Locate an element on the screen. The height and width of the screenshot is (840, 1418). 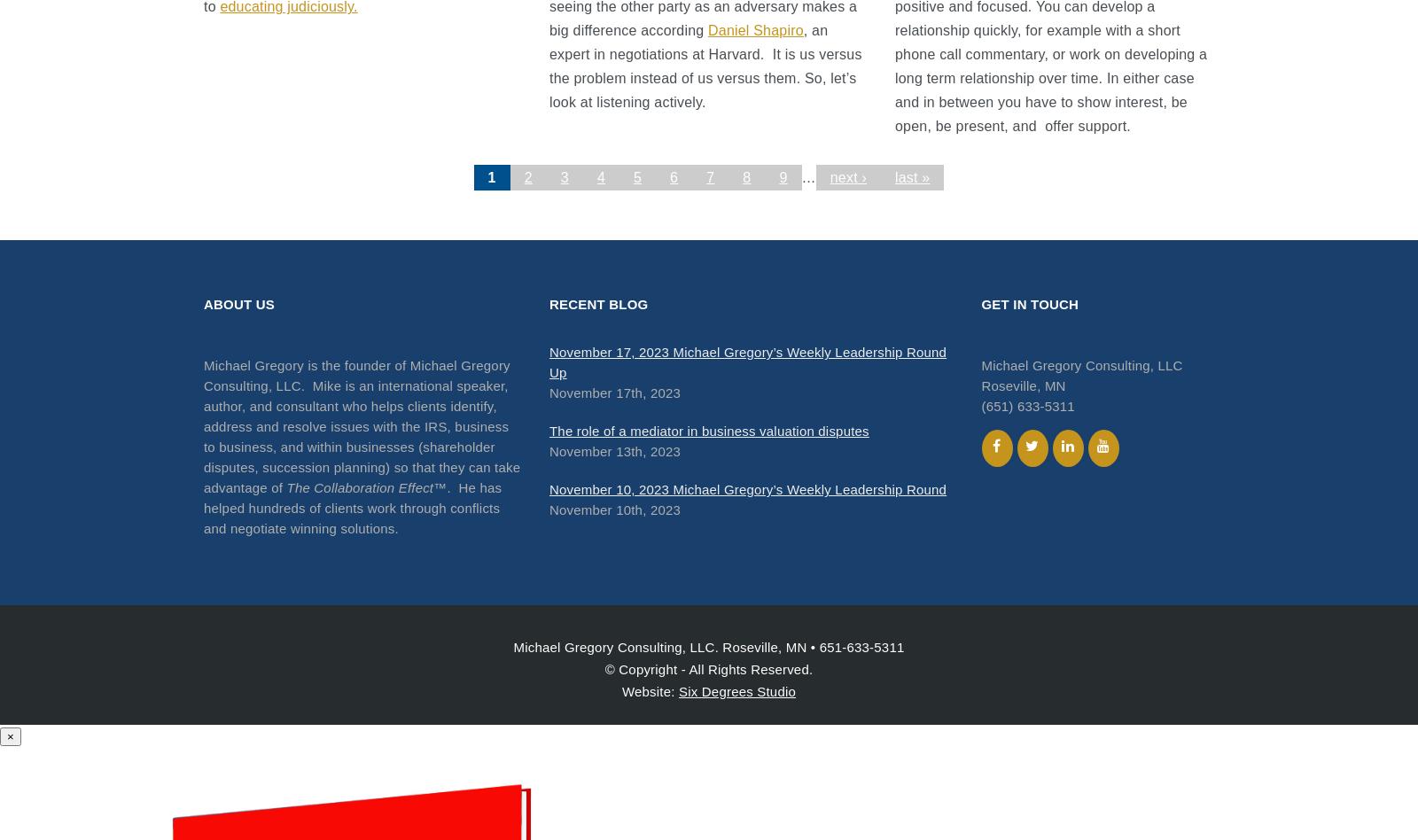
'About Us' is located at coordinates (238, 304).